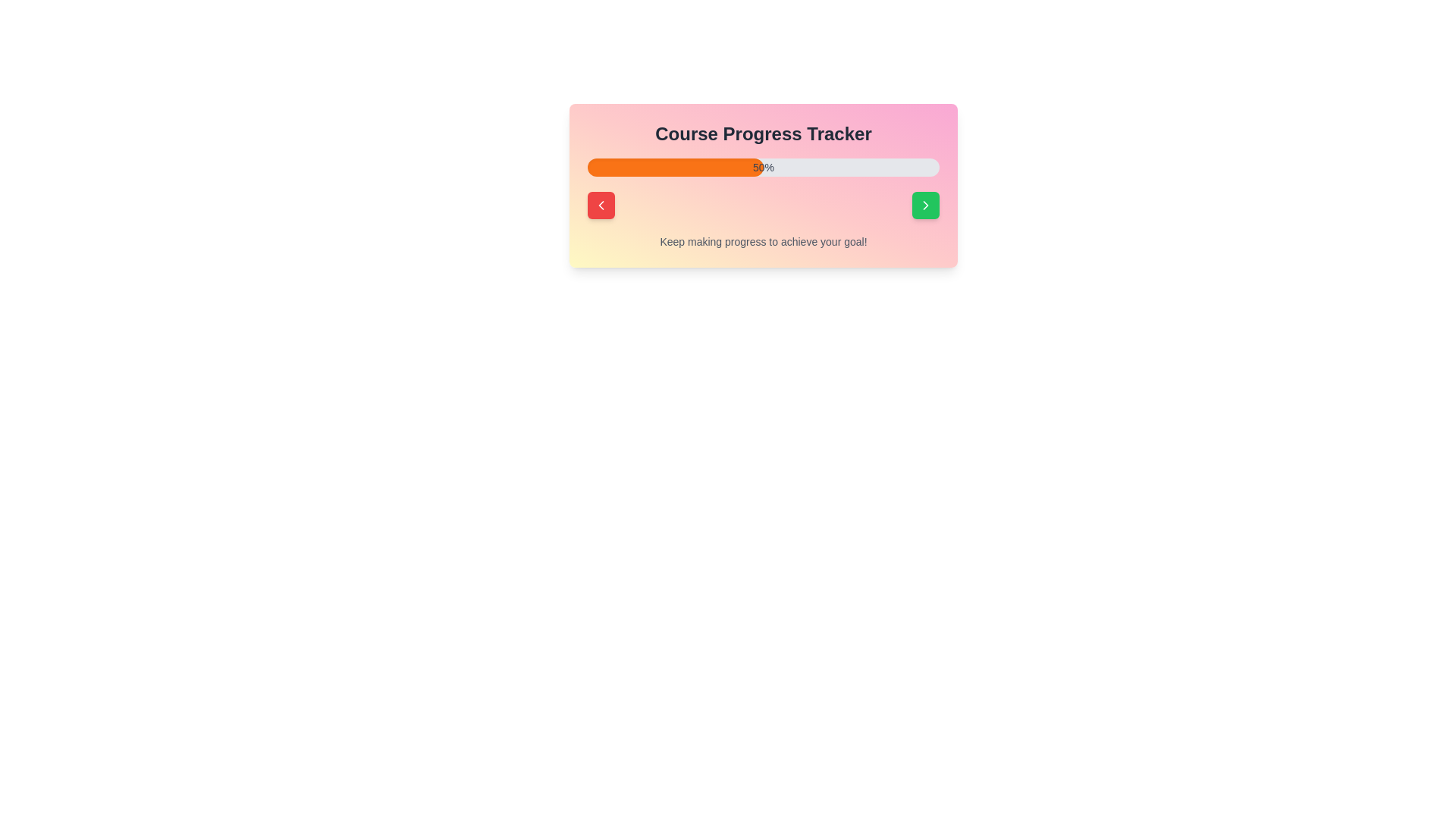 Image resolution: width=1456 pixels, height=819 pixels. What do you see at coordinates (924, 205) in the screenshot?
I see `the green navigation button icon to move the user forward in the progress tracker interface` at bounding box center [924, 205].